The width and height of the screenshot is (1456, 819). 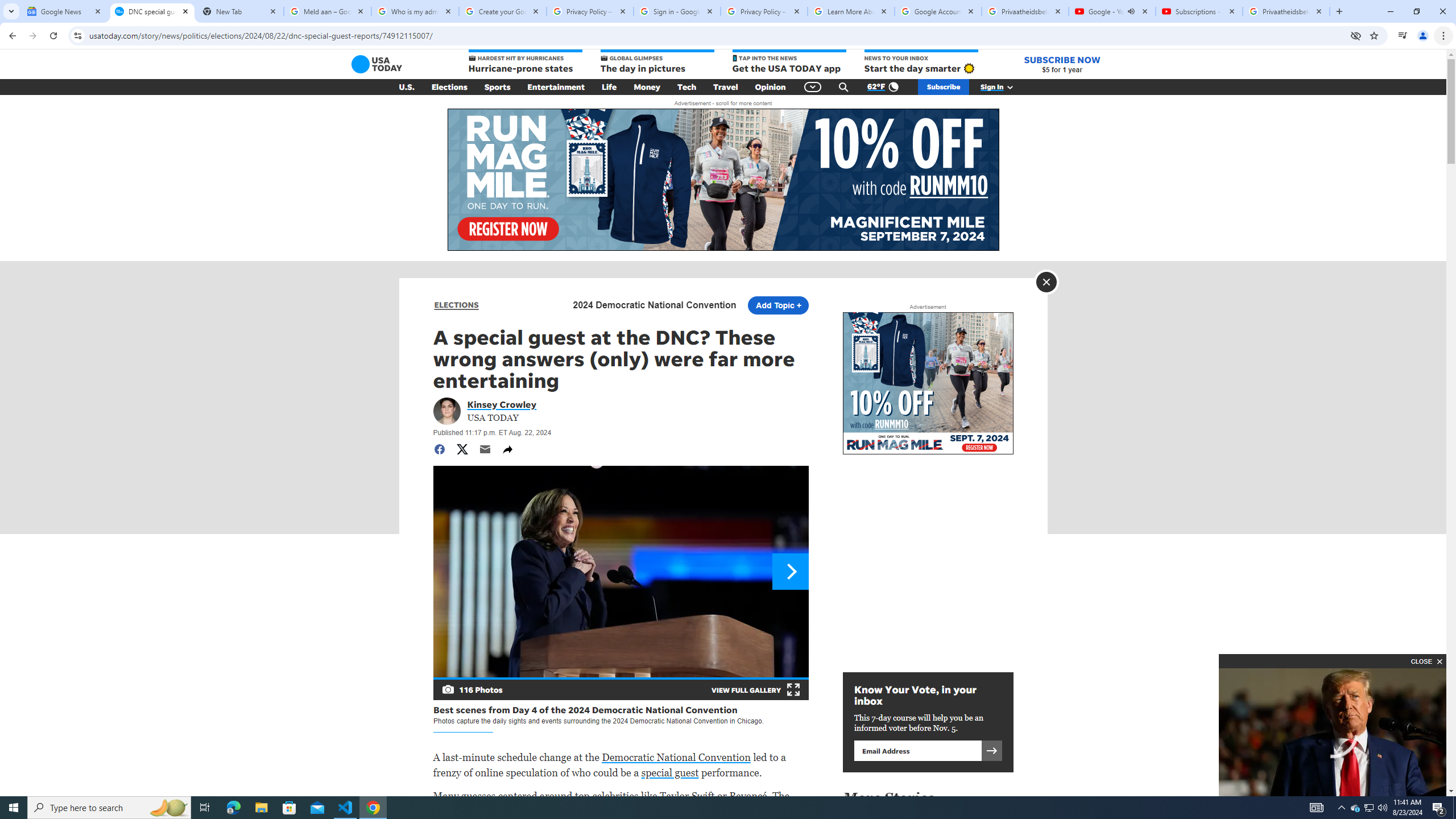 What do you see at coordinates (1389, 11) in the screenshot?
I see `'Minimize'` at bounding box center [1389, 11].